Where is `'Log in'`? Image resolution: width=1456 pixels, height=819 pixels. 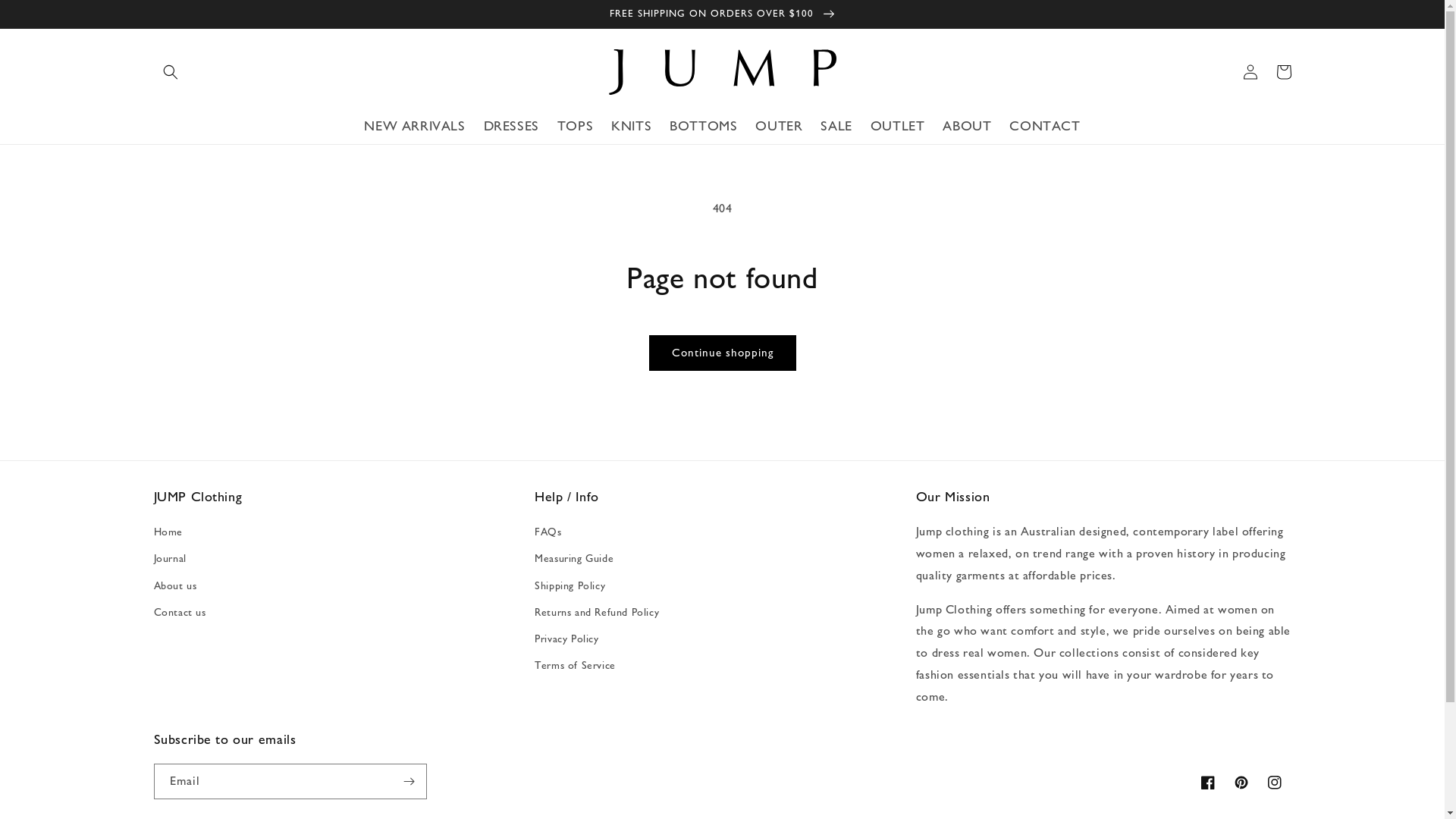
'Log in' is located at coordinates (1249, 72).